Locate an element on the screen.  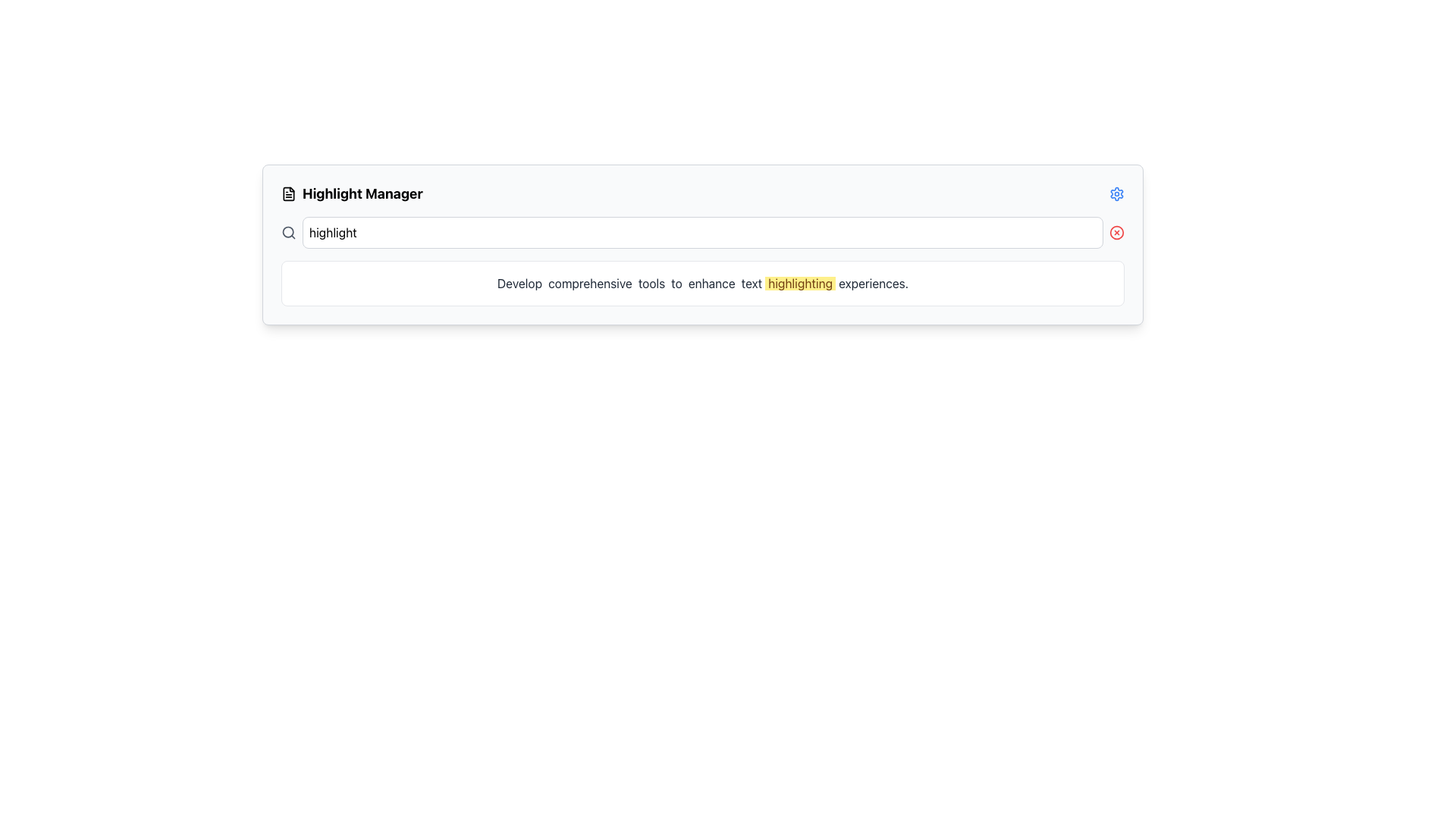
the circular-shaped magnifying glass icon located to the left of the text input box with the placeholder 'highlight' is located at coordinates (288, 233).